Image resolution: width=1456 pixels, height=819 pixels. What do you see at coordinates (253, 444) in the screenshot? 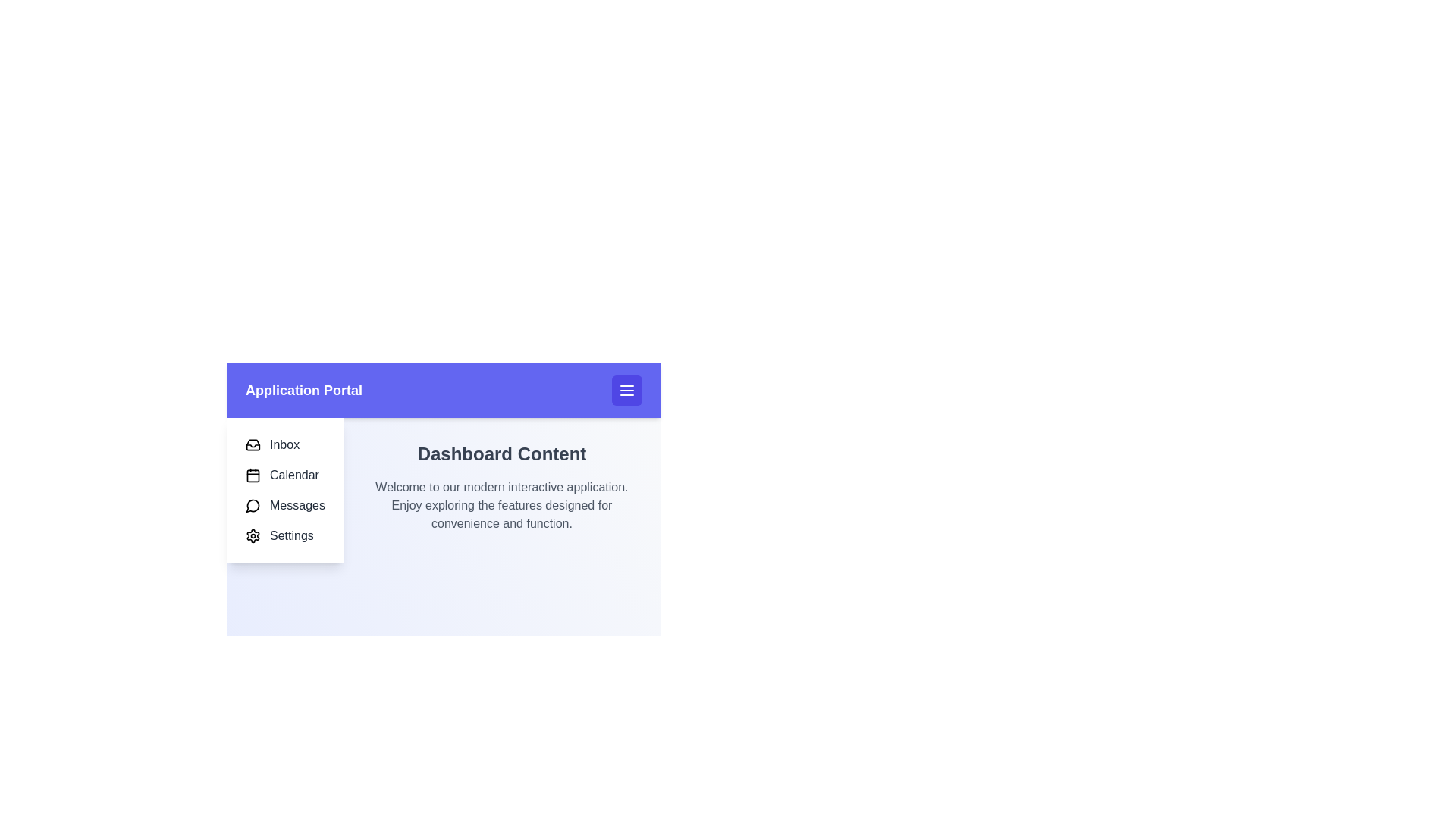
I see `the icon representing the inbox functionality located in the sidebar, next to the 'Inbox' text label` at bounding box center [253, 444].